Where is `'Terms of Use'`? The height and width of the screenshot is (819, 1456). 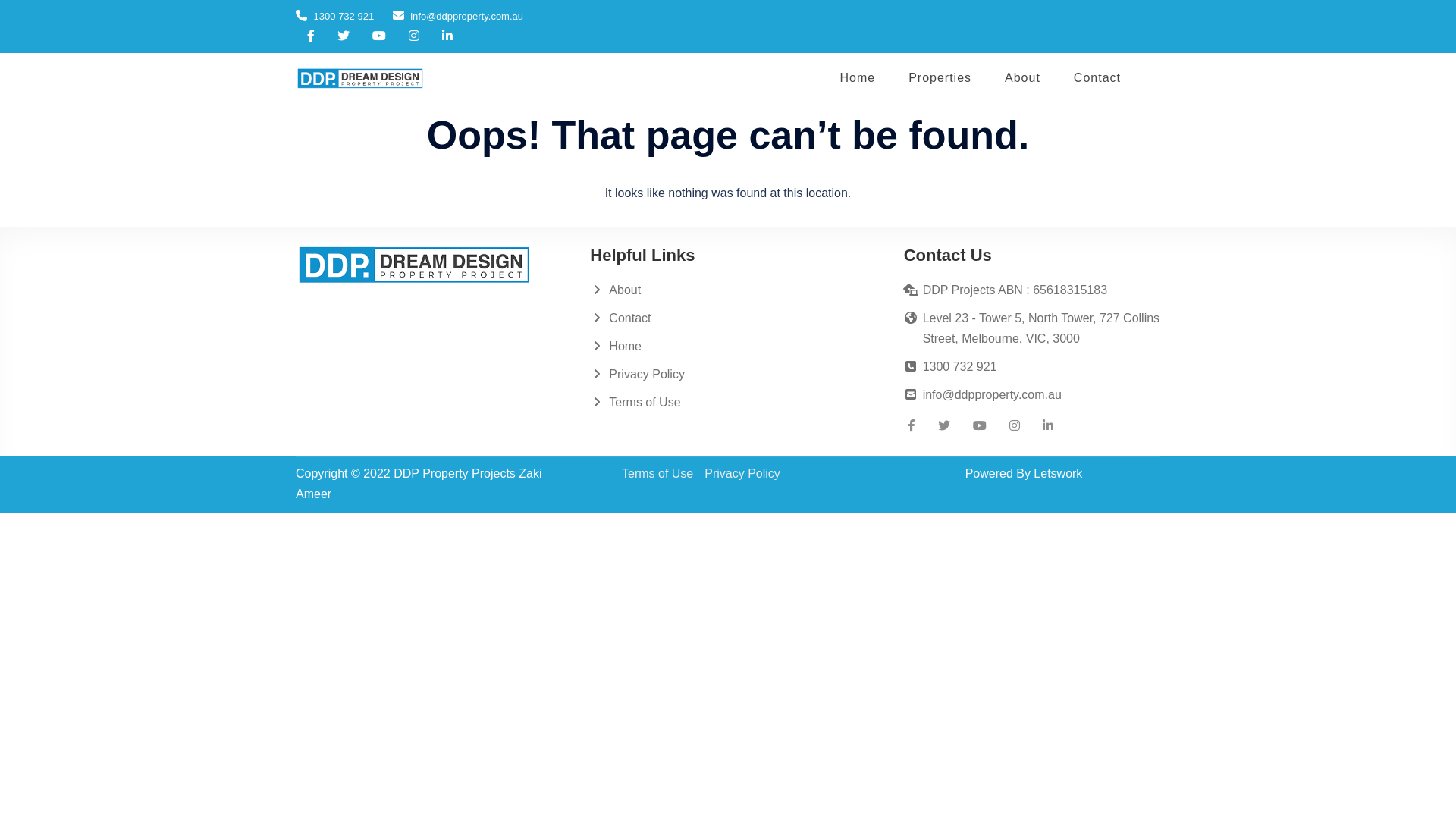
'Terms of Use' is located at coordinates (622, 472).